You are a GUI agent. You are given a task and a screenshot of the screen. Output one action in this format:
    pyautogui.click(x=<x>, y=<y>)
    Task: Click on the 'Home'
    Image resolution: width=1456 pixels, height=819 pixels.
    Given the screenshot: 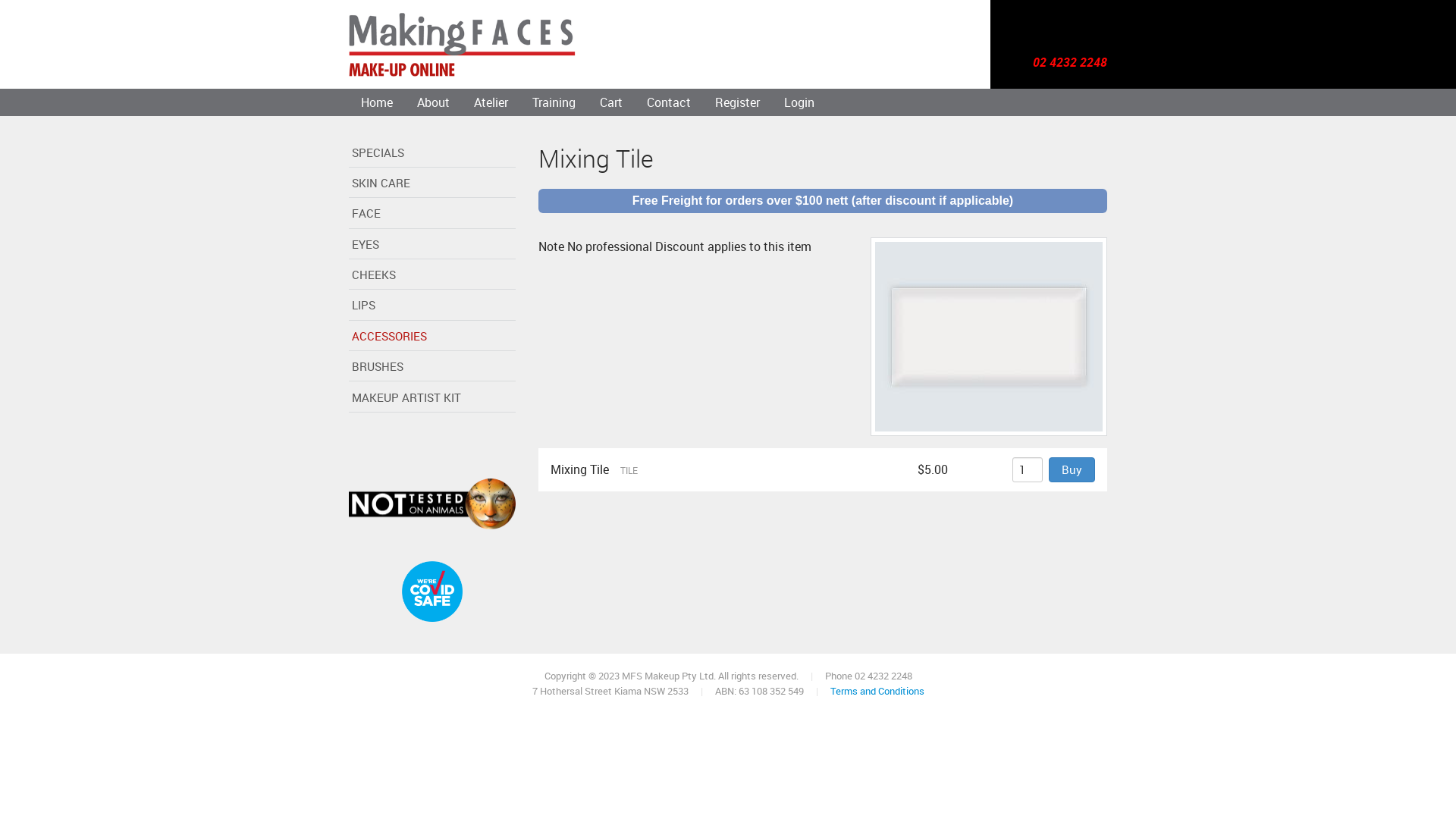 What is the action you would take?
    pyautogui.click(x=377, y=102)
    